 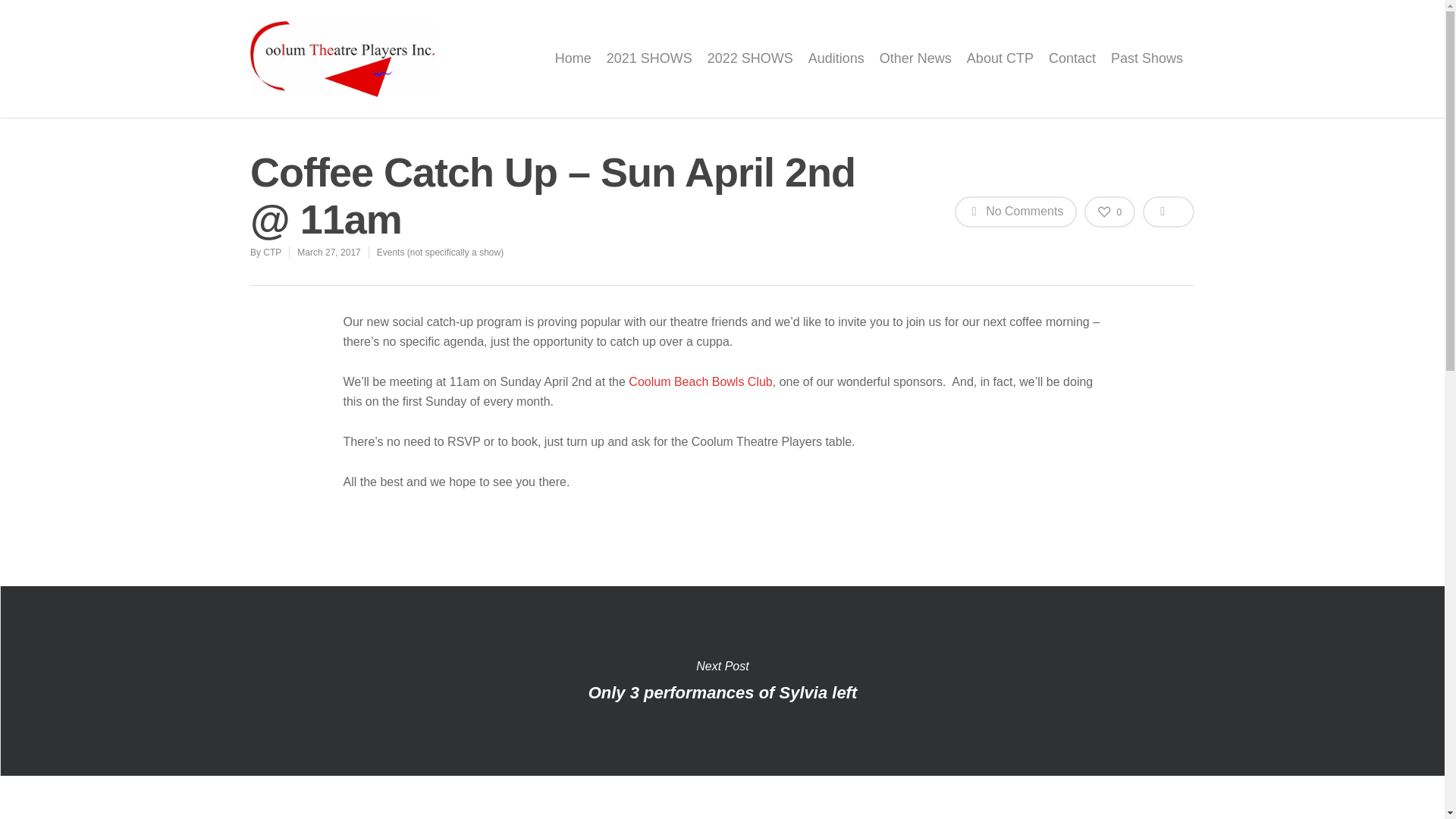 What do you see at coordinates (915, 69) in the screenshot?
I see `'Other News'` at bounding box center [915, 69].